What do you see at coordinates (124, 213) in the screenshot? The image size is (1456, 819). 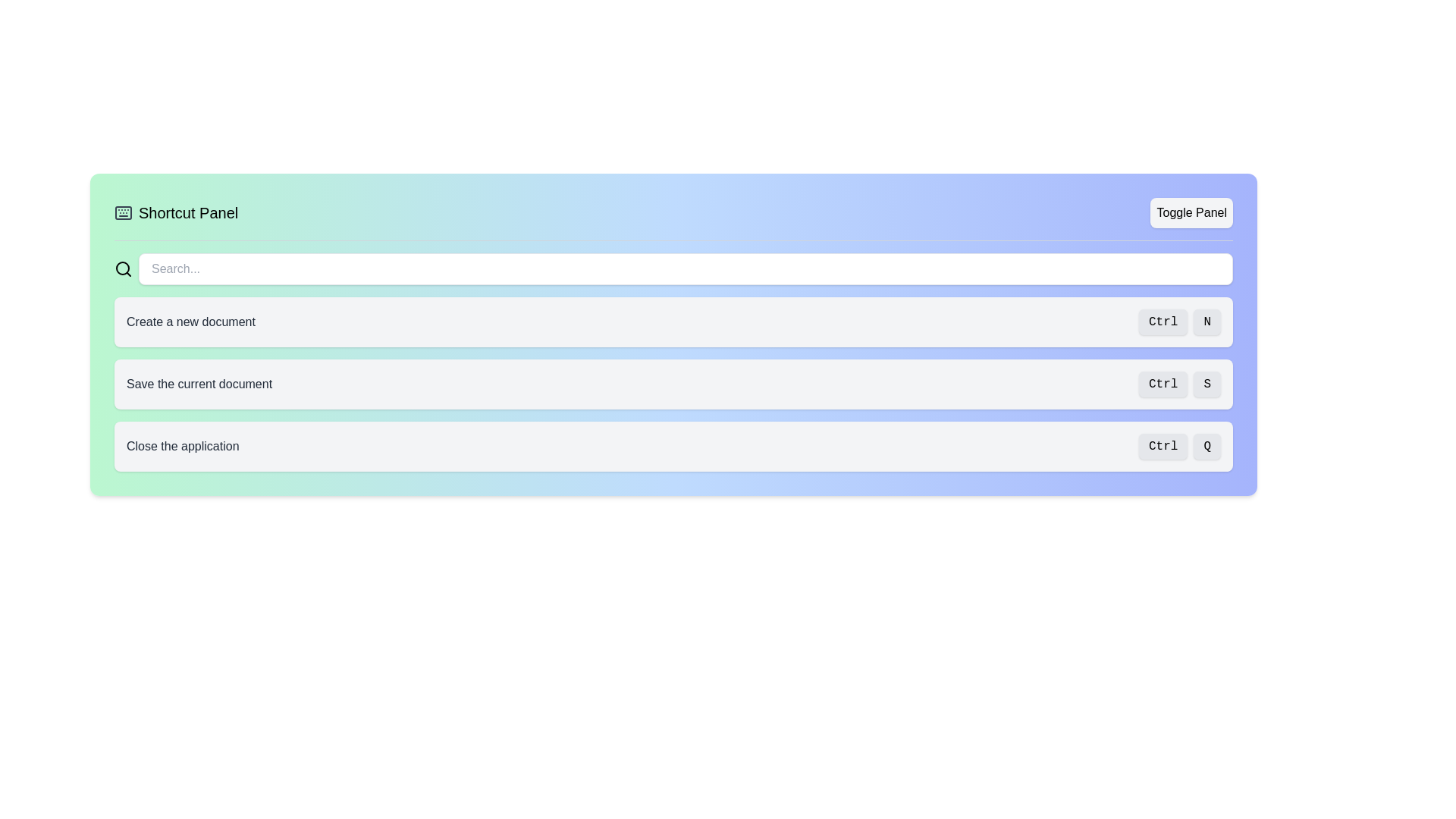 I see `the keyboard icon located to the left of the 'Shortcut Panel' label, which visually signifies keyboard-related features` at bounding box center [124, 213].